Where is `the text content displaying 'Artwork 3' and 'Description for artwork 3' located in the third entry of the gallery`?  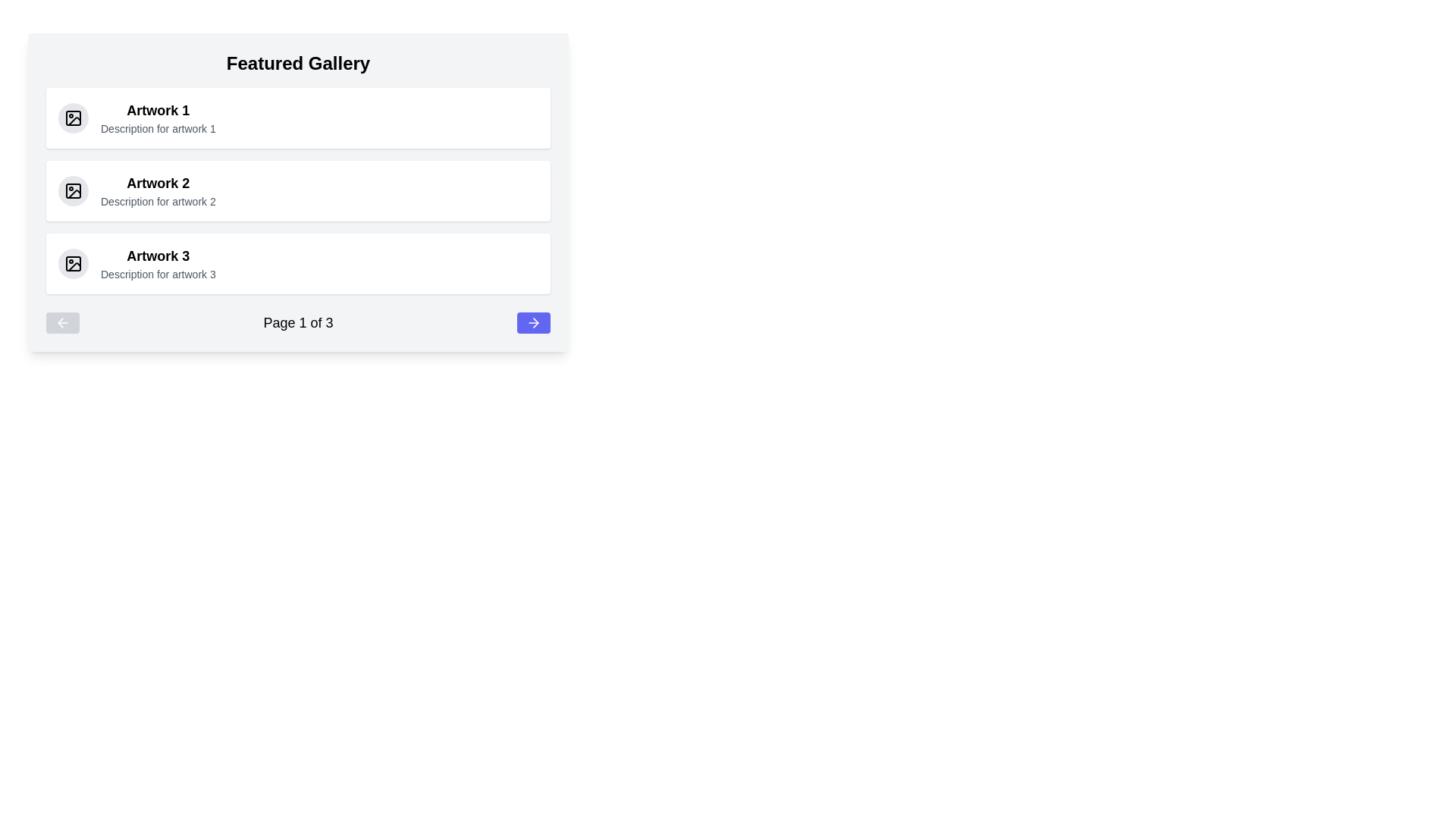 the text content displaying 'Artwork 3' and 'Description for artwork 3' located in the third entry of the gallery is located at coordinates (158, 262).